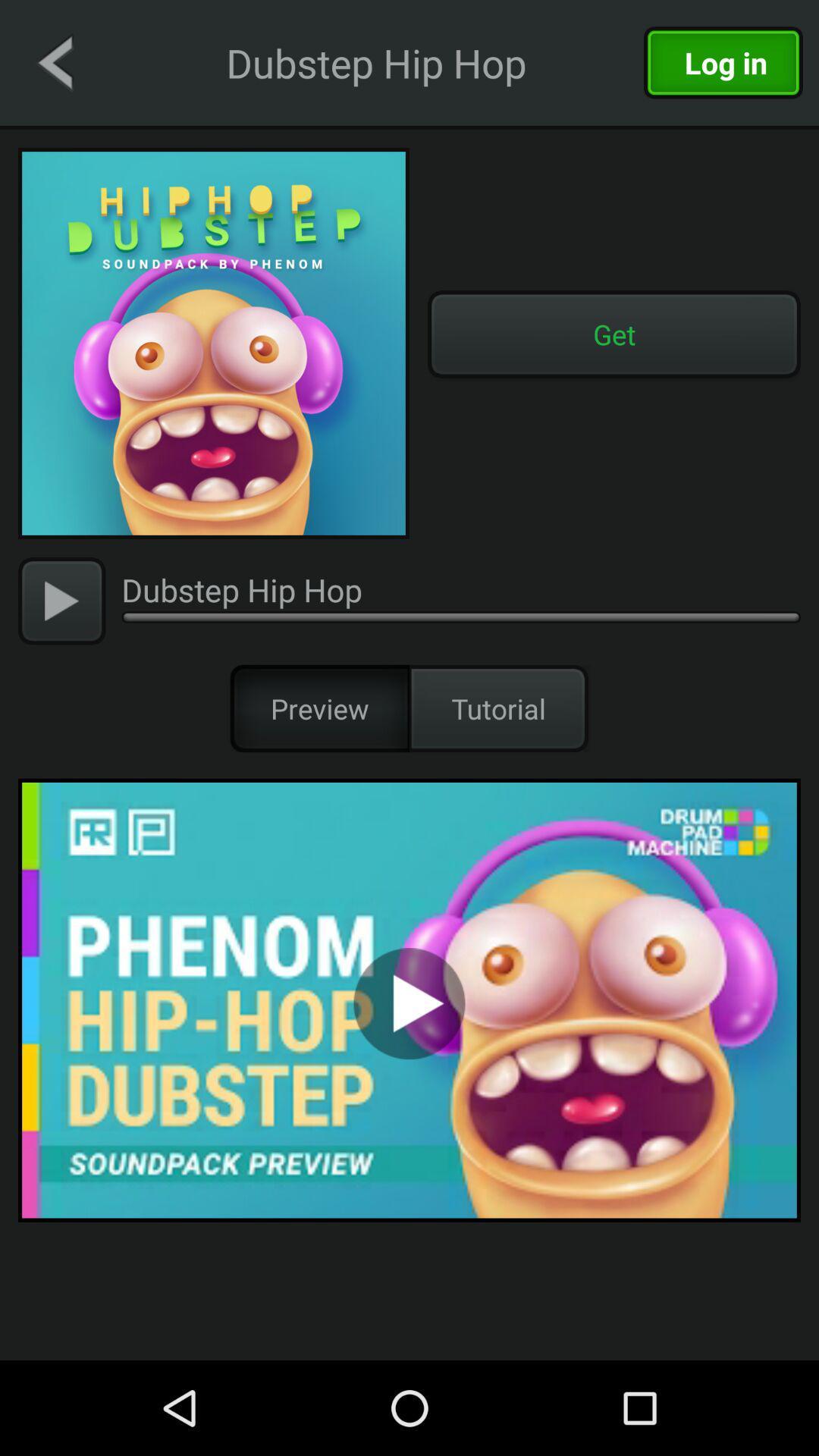 This screenshot has height=1456, width=819. What do you see at coordinates (213, 342) in the screenshot?
I see `image of soundtrack` at bounding box center [213, 342].